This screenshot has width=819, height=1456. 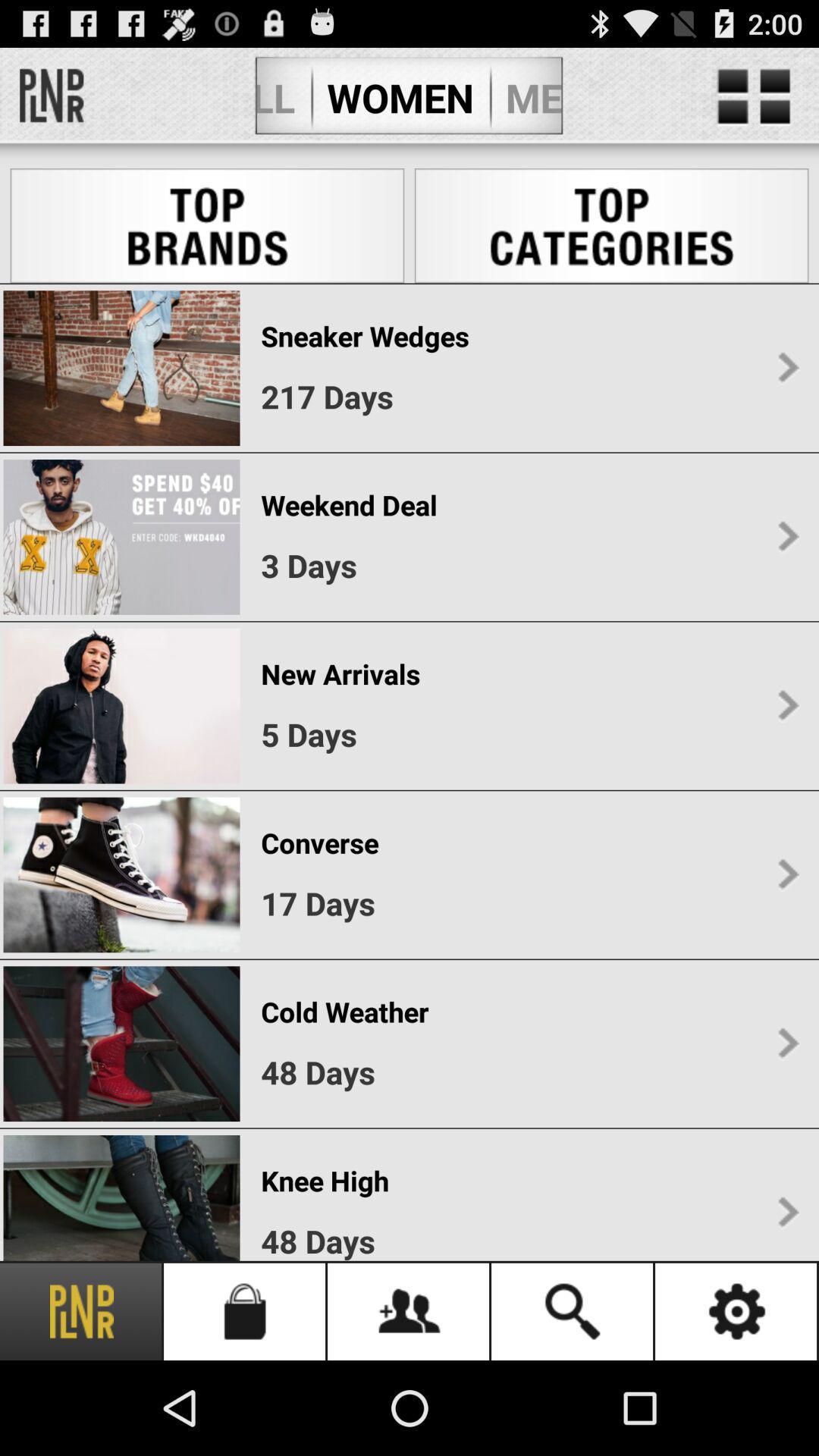 What do you see at coordinates (573, 1310) in the screenshot?
I see `the search icon` at bounding box center [573, 1310].